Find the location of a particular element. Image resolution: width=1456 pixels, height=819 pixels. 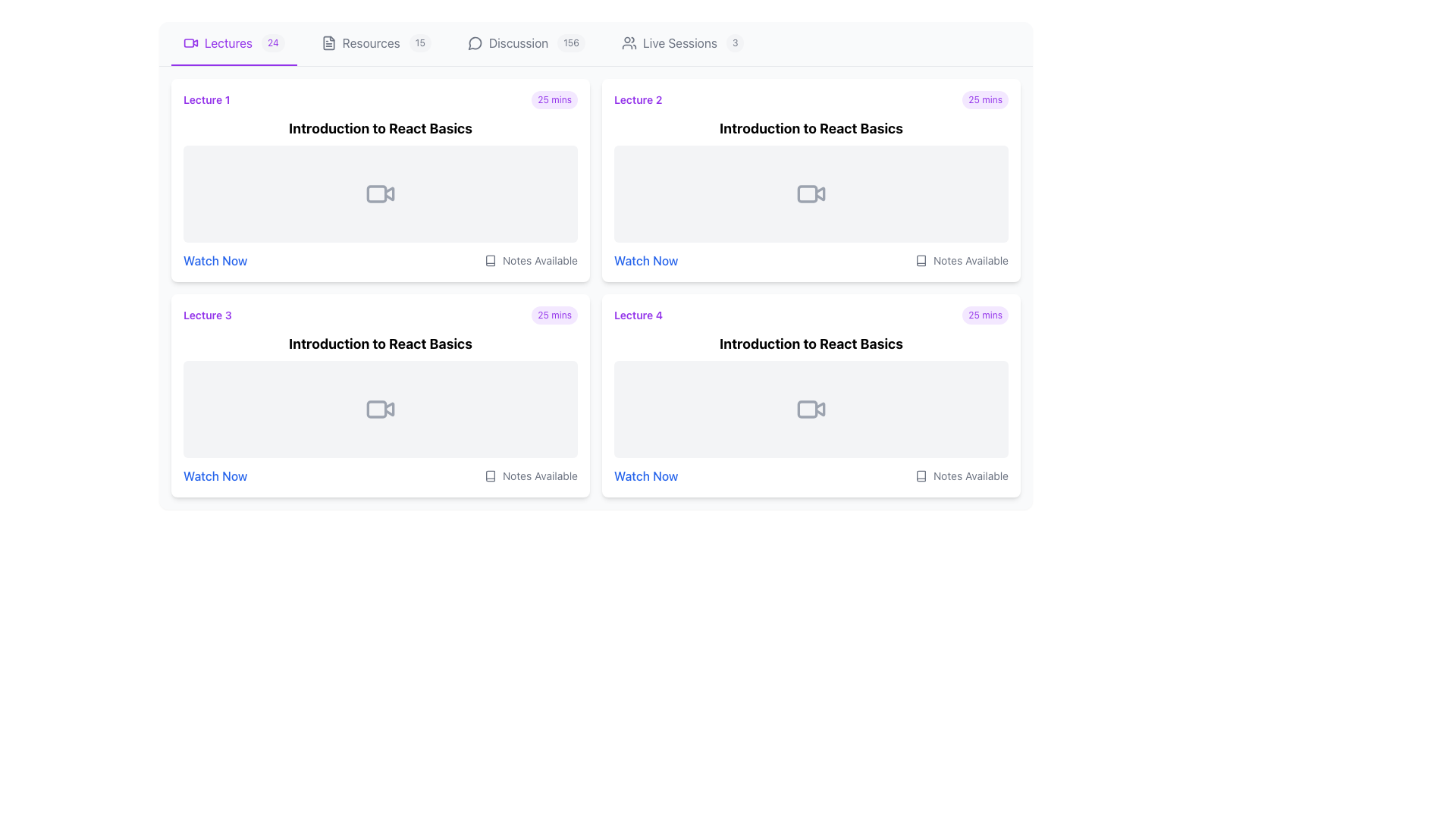

the circular icon with a speech bubble design located in the header section, positioned to the right of the 'Discussion' tab is located at coordinates (474, 42).